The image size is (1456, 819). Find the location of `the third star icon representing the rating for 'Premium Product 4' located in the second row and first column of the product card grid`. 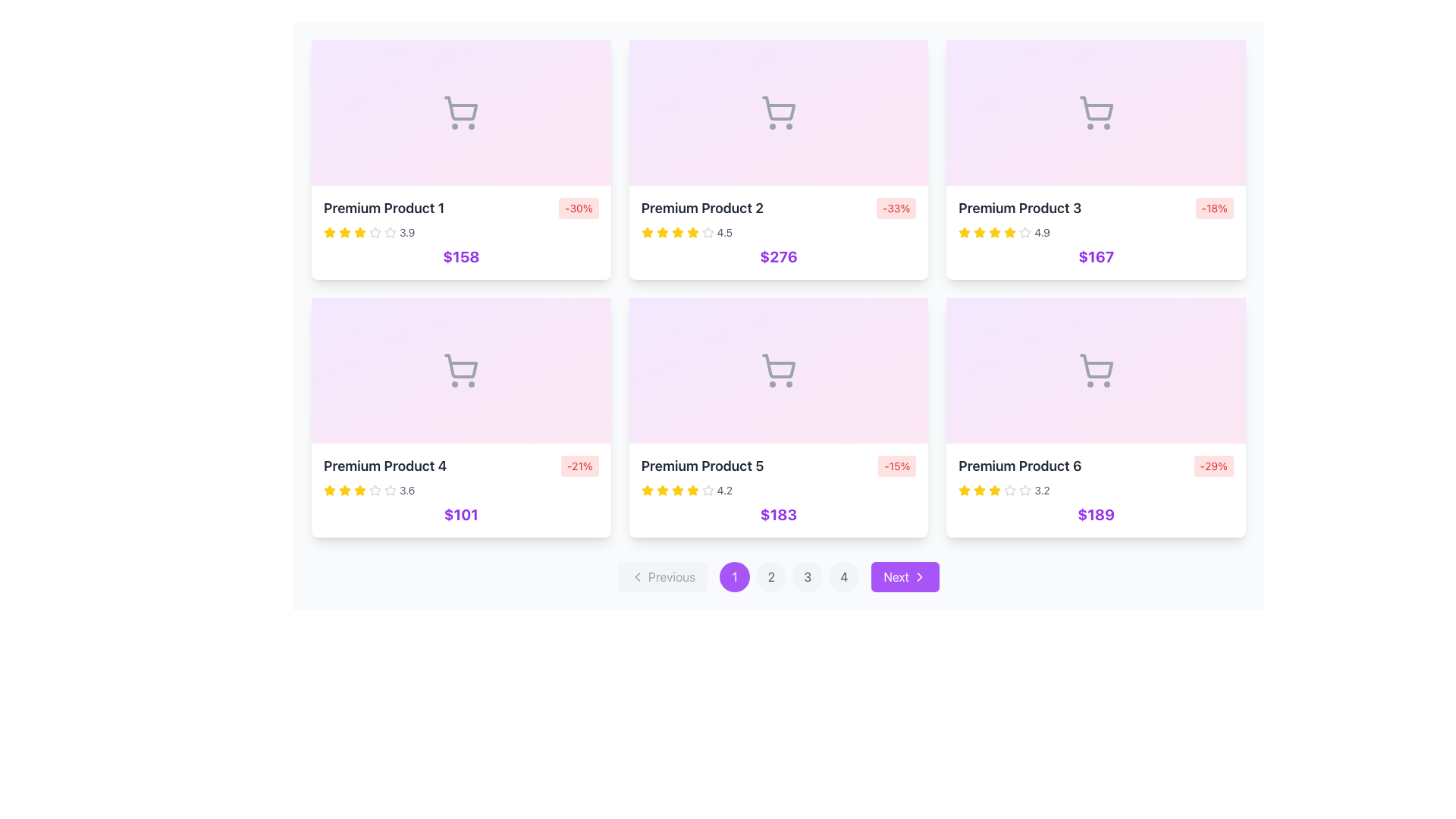

the third star icon representing the rating for 'Premium Product 4' located in the second row and first column of the product card grid is located at coordinates (375, 490).